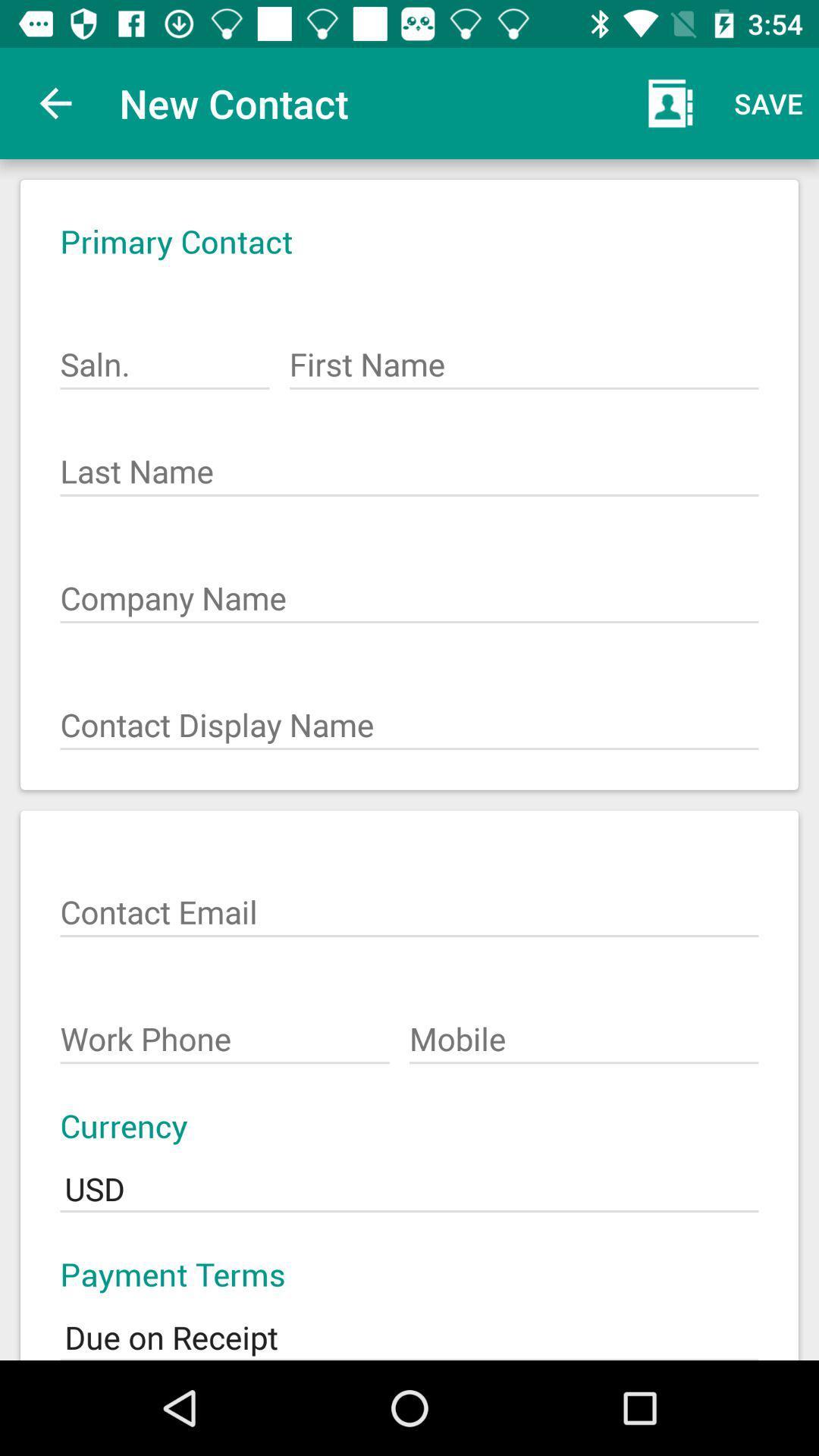 Image resolution: width=819 pixels, height=1456 pixels. I want to click on the text field on the second line of the screen last name, so click(409, 463).